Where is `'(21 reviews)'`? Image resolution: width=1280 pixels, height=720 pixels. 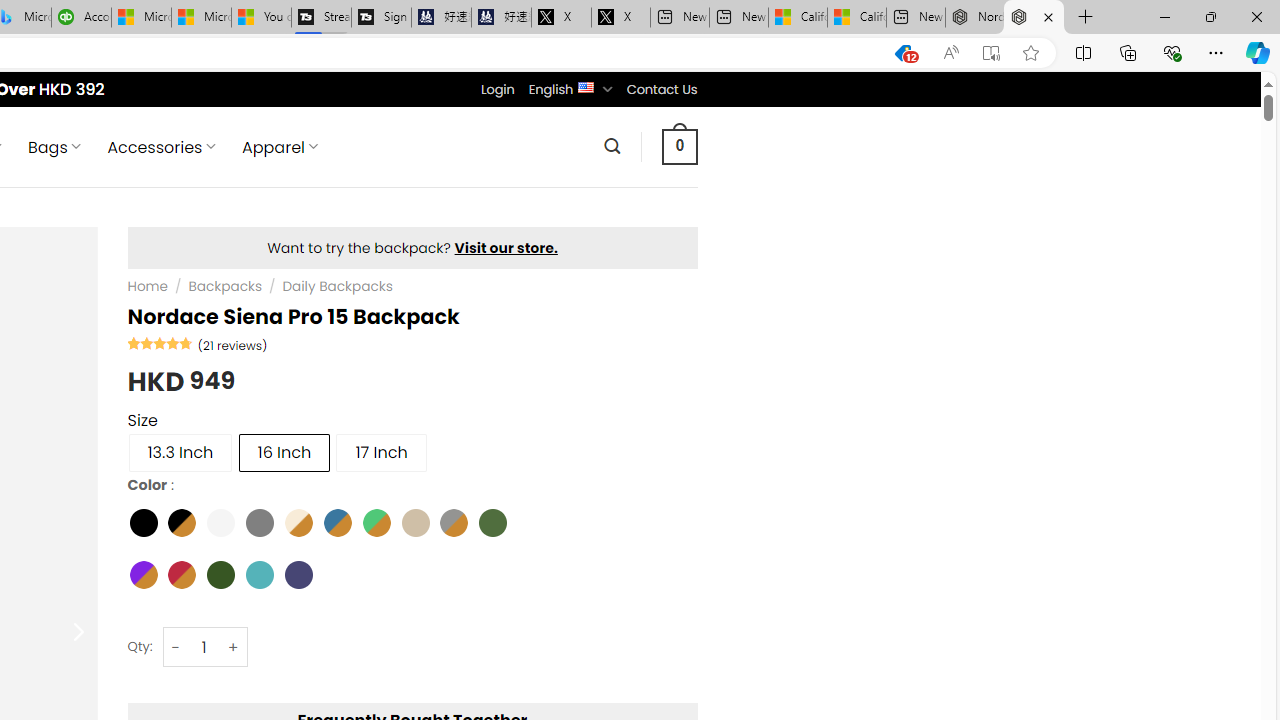 '(21 reviews)' is located at coordinates (232, 343).